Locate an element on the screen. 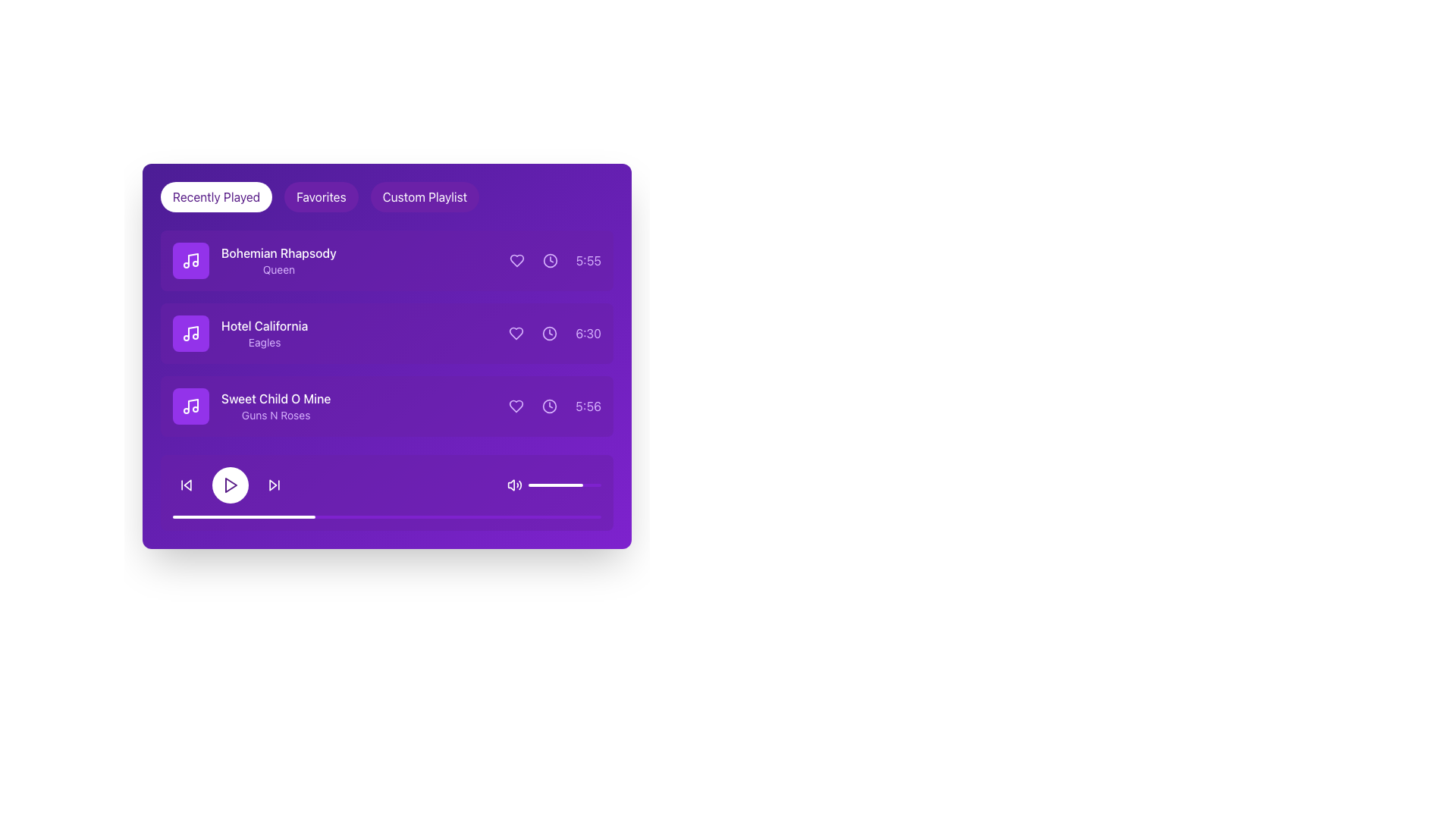  the volume control icon at the bottom right corner of the music player interface is located at coordinates (514, 485).